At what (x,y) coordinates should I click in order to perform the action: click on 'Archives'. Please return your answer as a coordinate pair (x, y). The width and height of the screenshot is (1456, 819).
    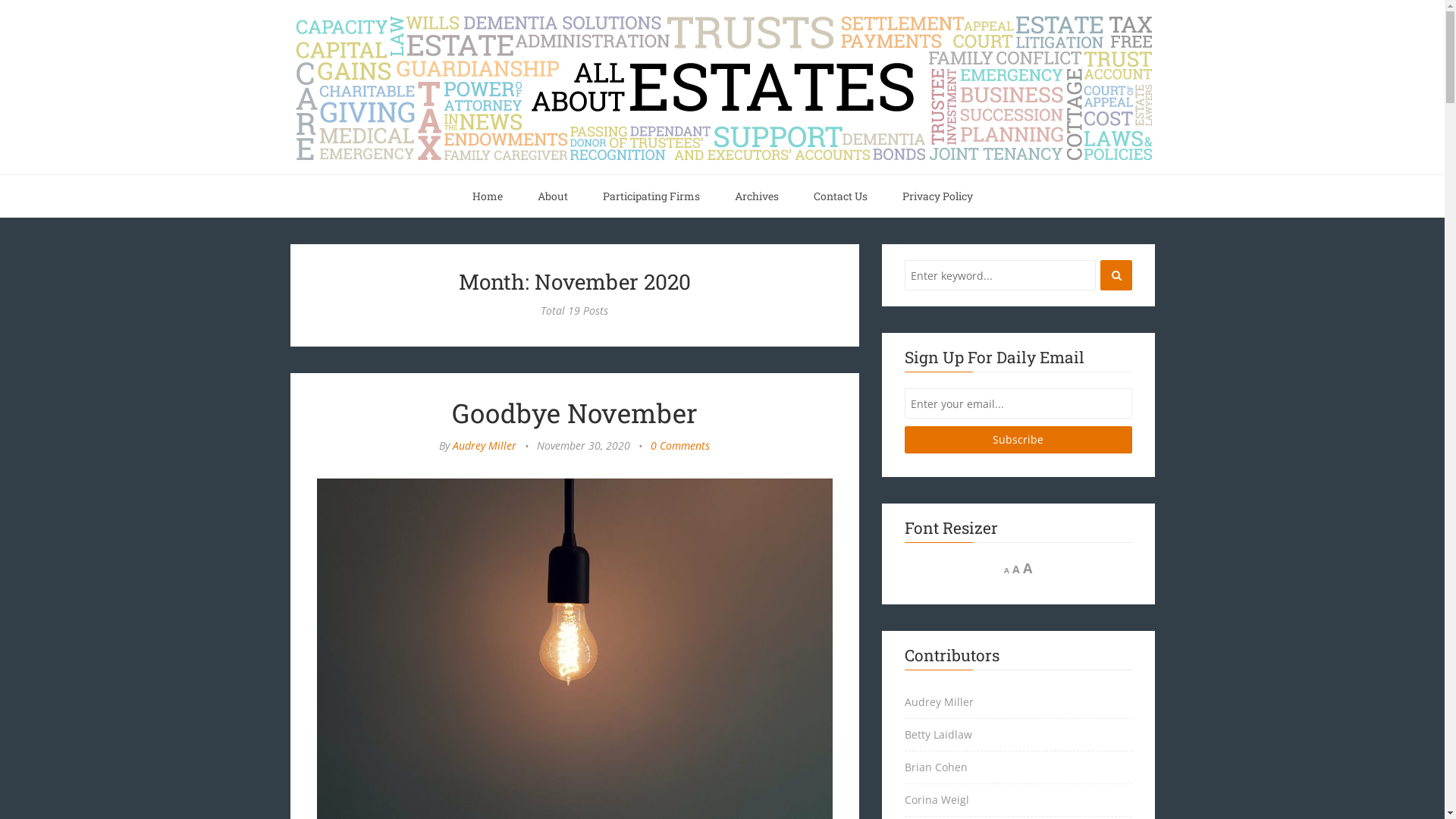
    Looking at the image, I should click on (718, 195).